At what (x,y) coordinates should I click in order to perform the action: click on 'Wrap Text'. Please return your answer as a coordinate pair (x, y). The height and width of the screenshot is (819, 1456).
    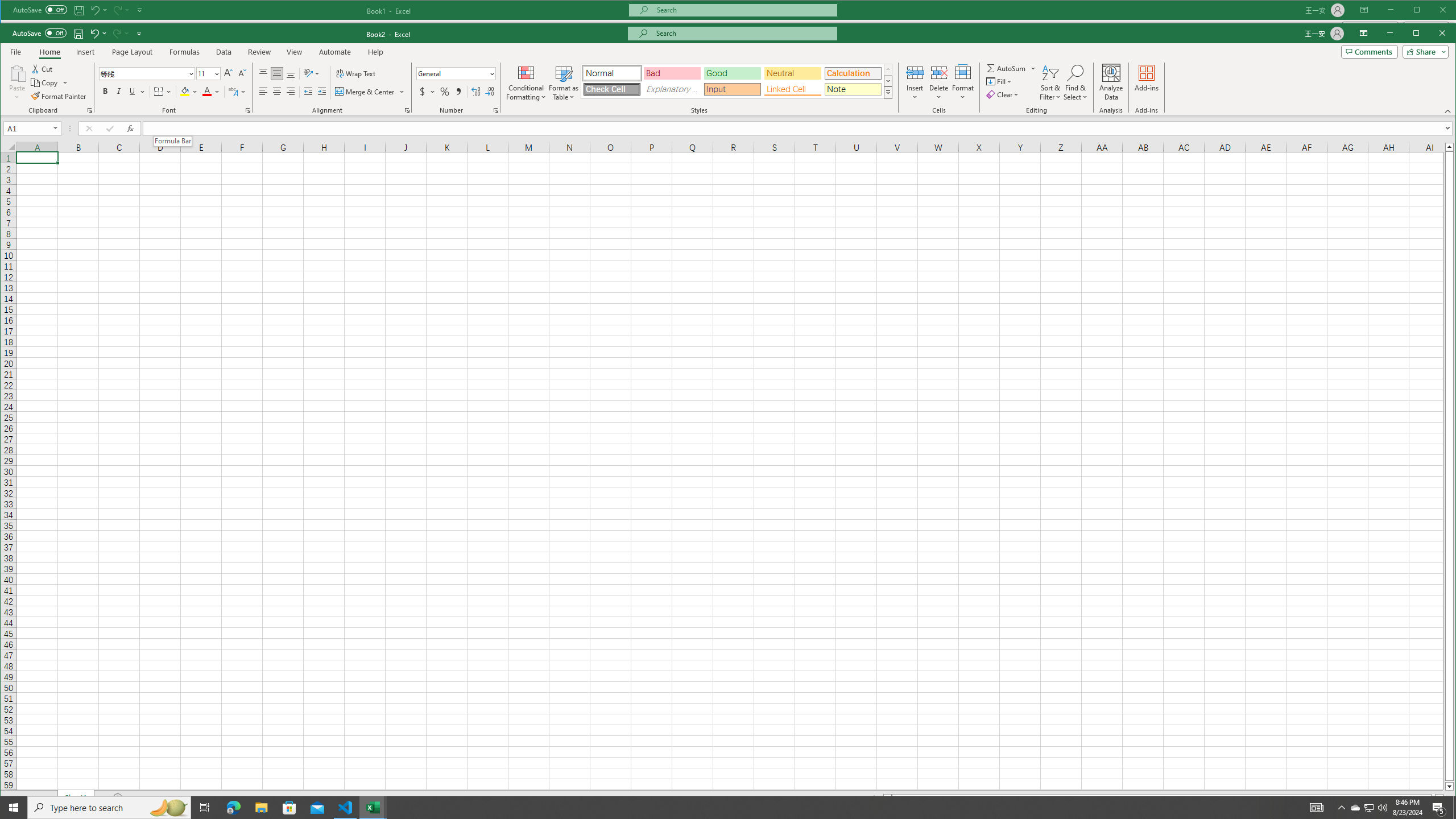
    Looking at the image, I should click on (357, 73).